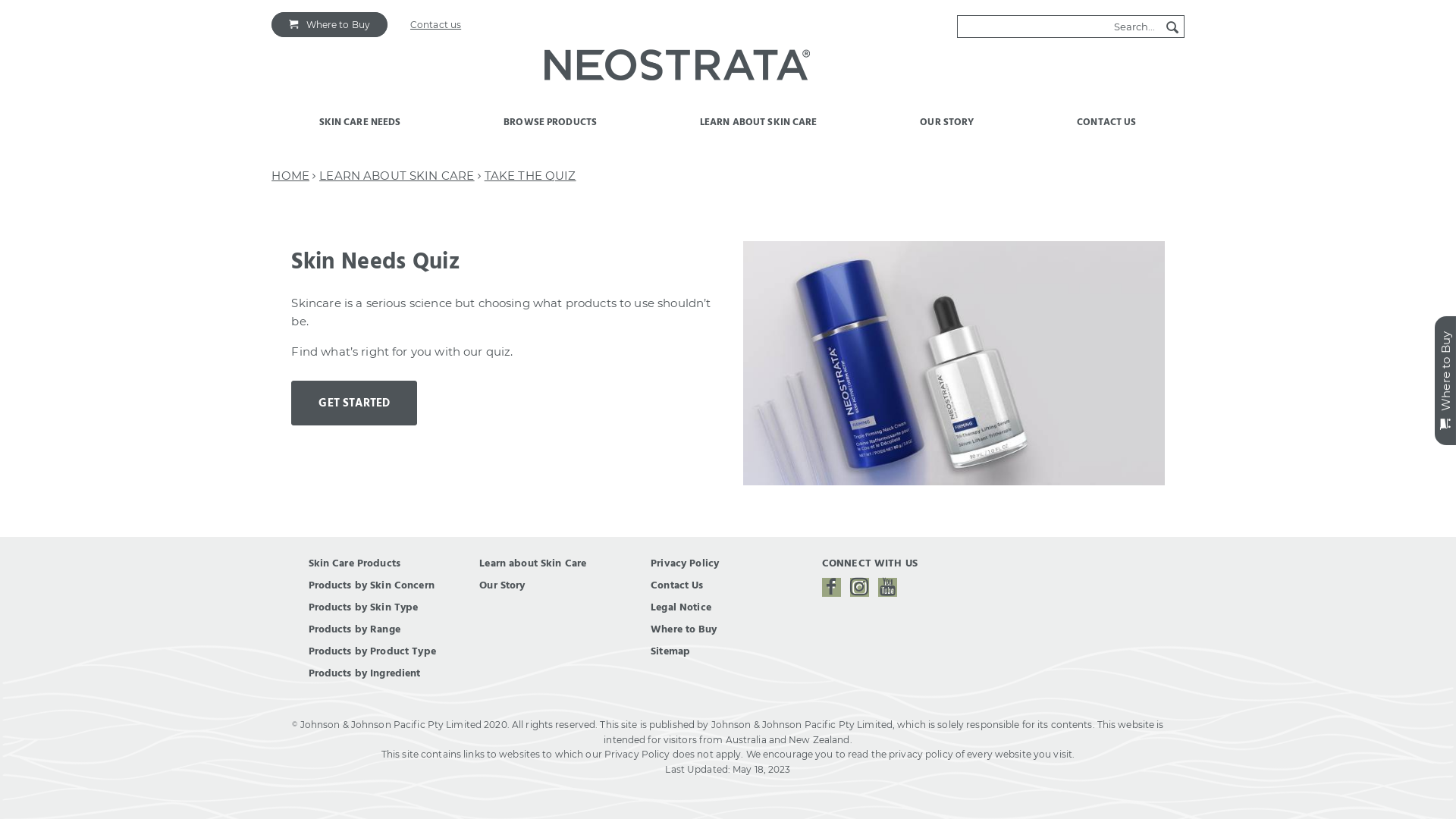 This screenshot has width=1456, height=819. I want to click on 'Contact Us', so click(676, 584).